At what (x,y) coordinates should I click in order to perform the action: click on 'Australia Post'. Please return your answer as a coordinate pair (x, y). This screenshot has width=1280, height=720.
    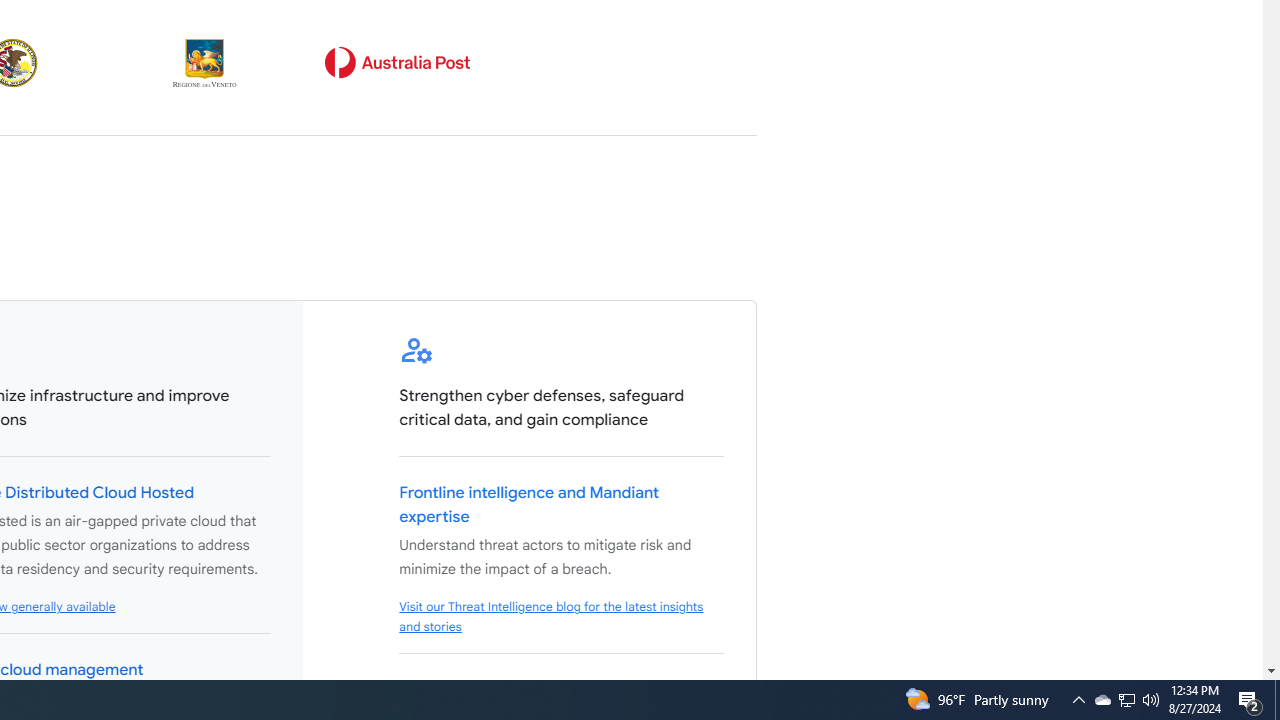
    Looking at the image, I should click on (397, 62).